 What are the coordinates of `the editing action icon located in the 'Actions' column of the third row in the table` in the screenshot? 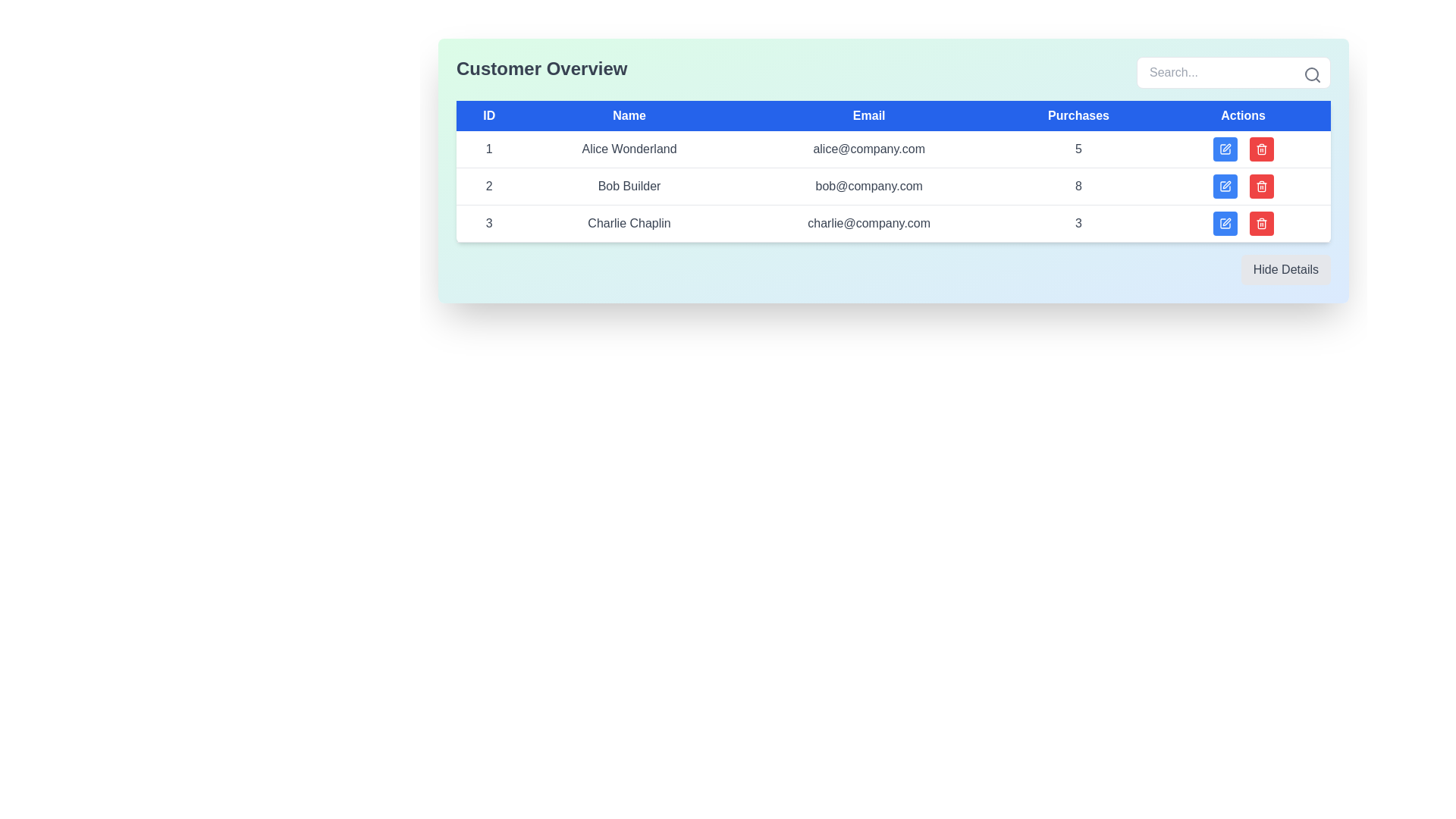 It's located at (1226, 222).